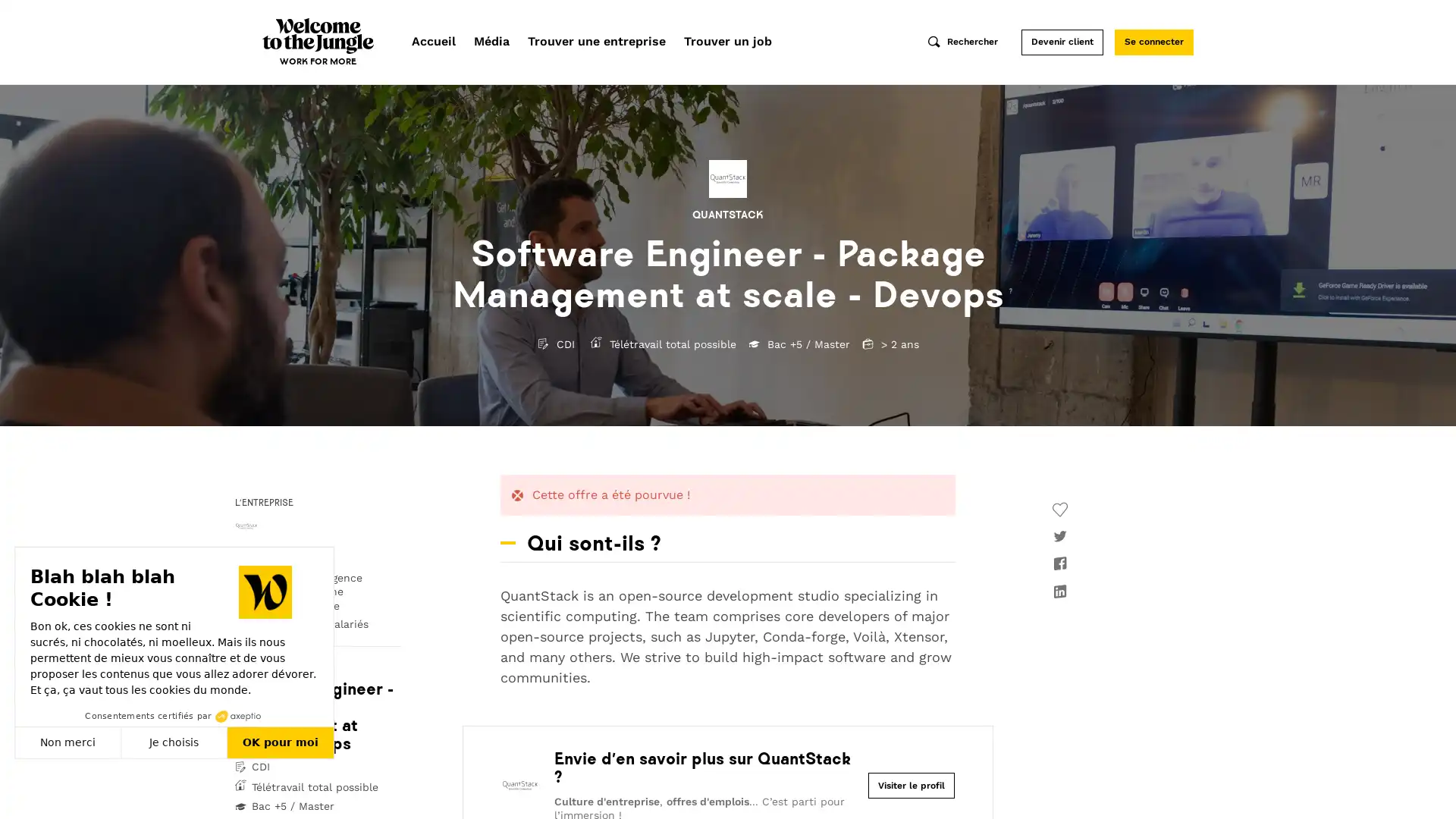  Describe the element at coordinates (67, 742) in the screenshot. I see `Non merci` at that location.